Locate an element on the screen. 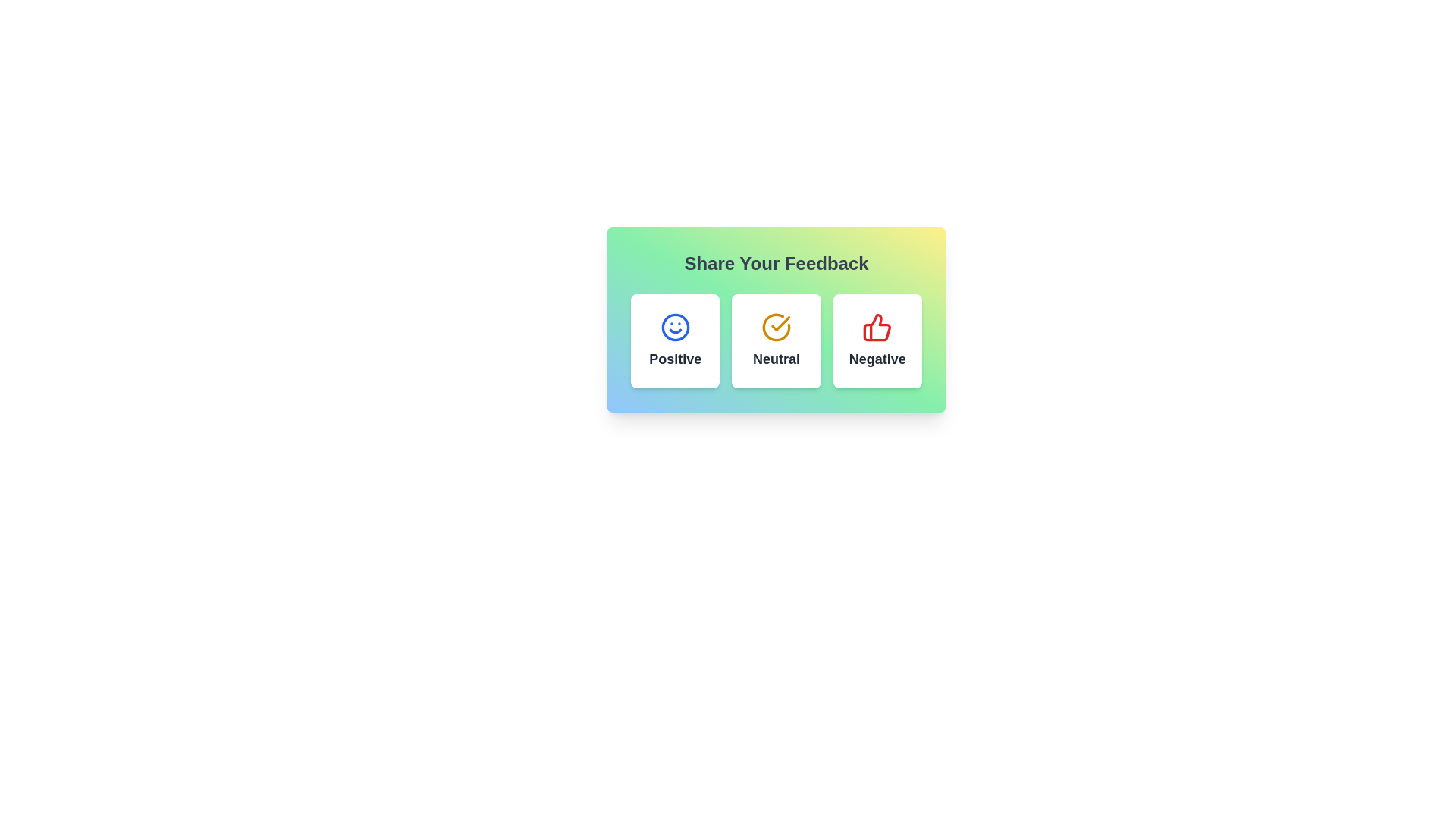 This screenshot has height=819, width=1456. the selectable card positioned in the middle column of the feedback system, which indicates a neutral response is located at coordinates (776, 341).